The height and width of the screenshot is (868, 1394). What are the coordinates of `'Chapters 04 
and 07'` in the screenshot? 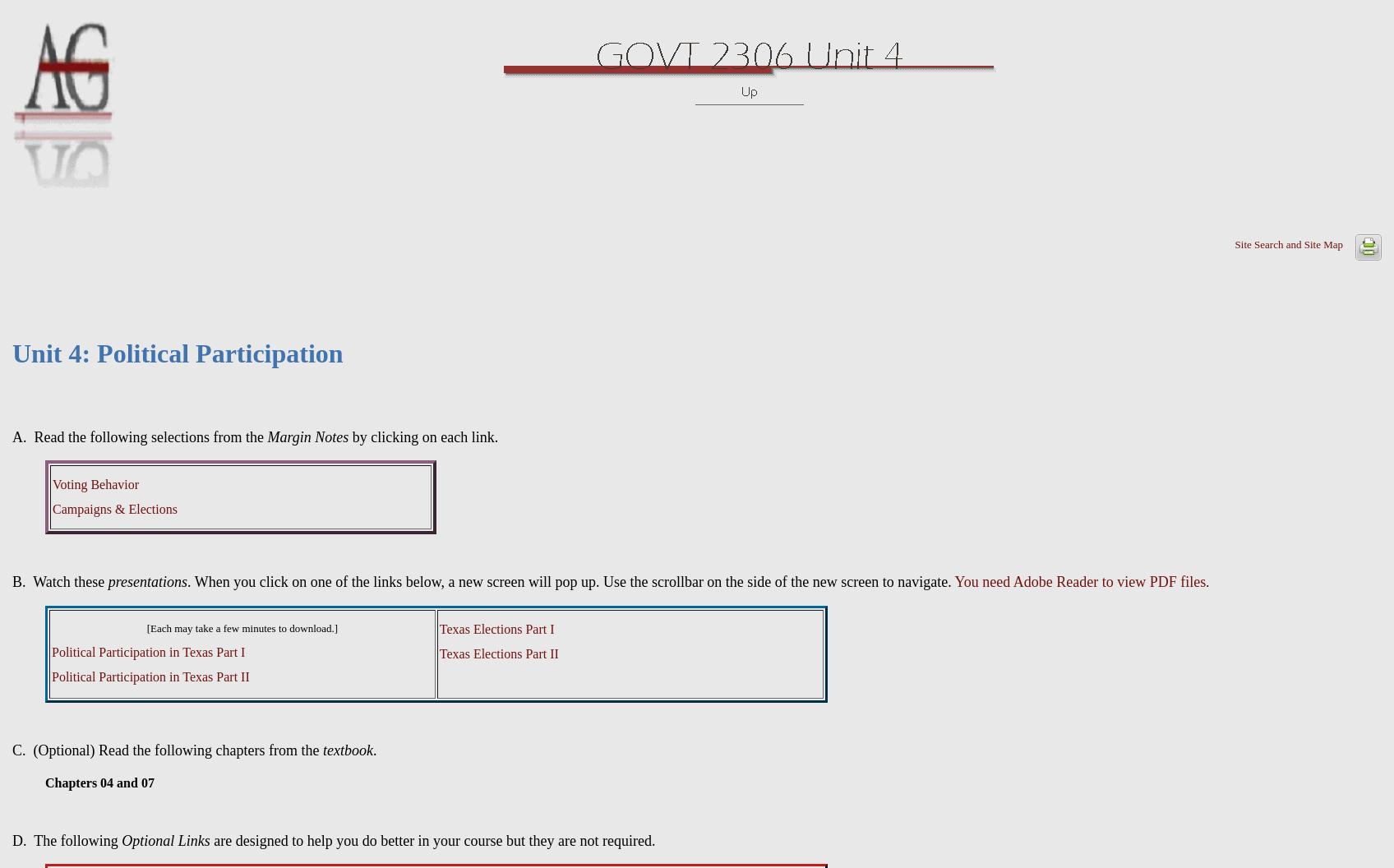 It's located at (98, 783).